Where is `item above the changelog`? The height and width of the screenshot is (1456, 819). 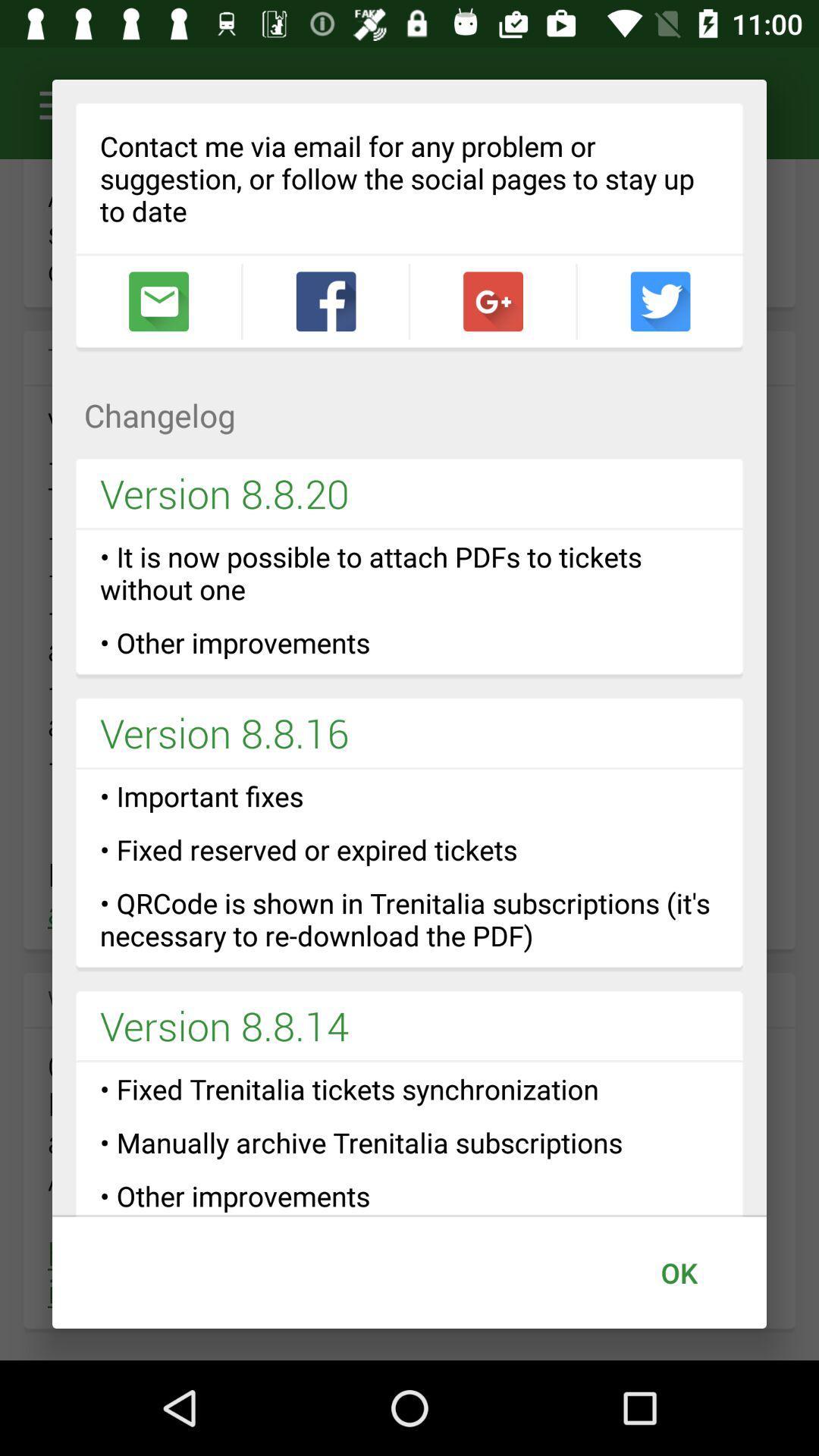 item above the changelog is located at coordinates (493, 301).